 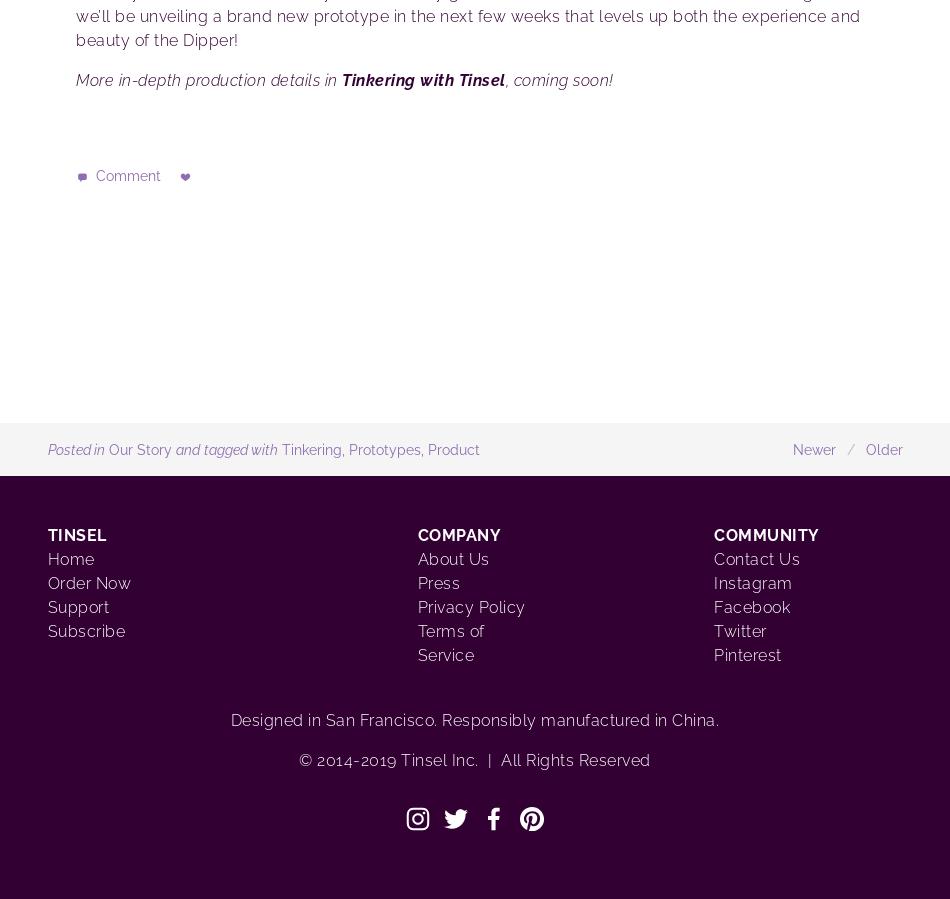 I want to click on 'Older', so click(x=863, y=448).